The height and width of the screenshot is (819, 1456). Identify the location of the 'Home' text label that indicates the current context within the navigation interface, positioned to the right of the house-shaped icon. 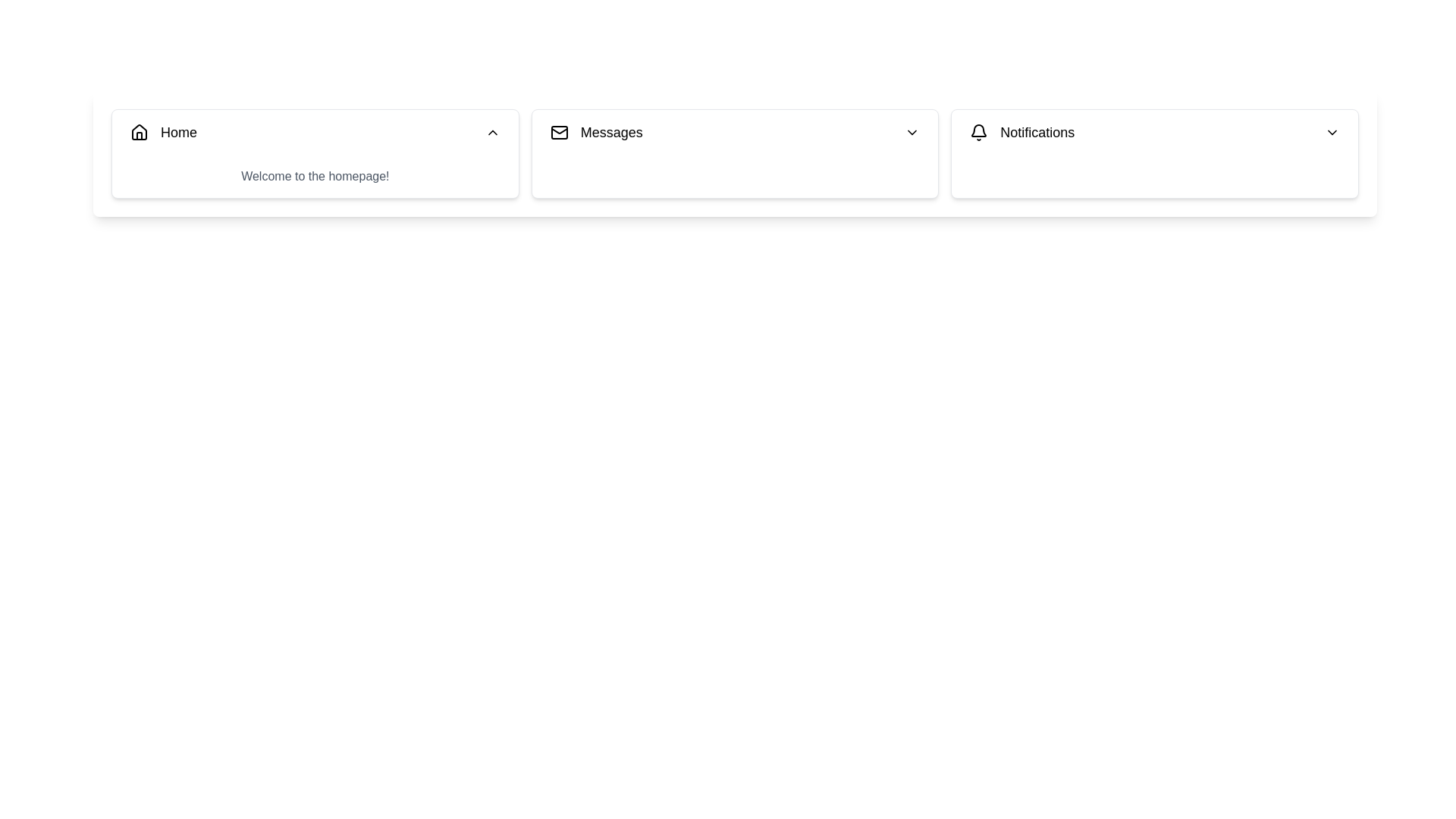
(178, 131).